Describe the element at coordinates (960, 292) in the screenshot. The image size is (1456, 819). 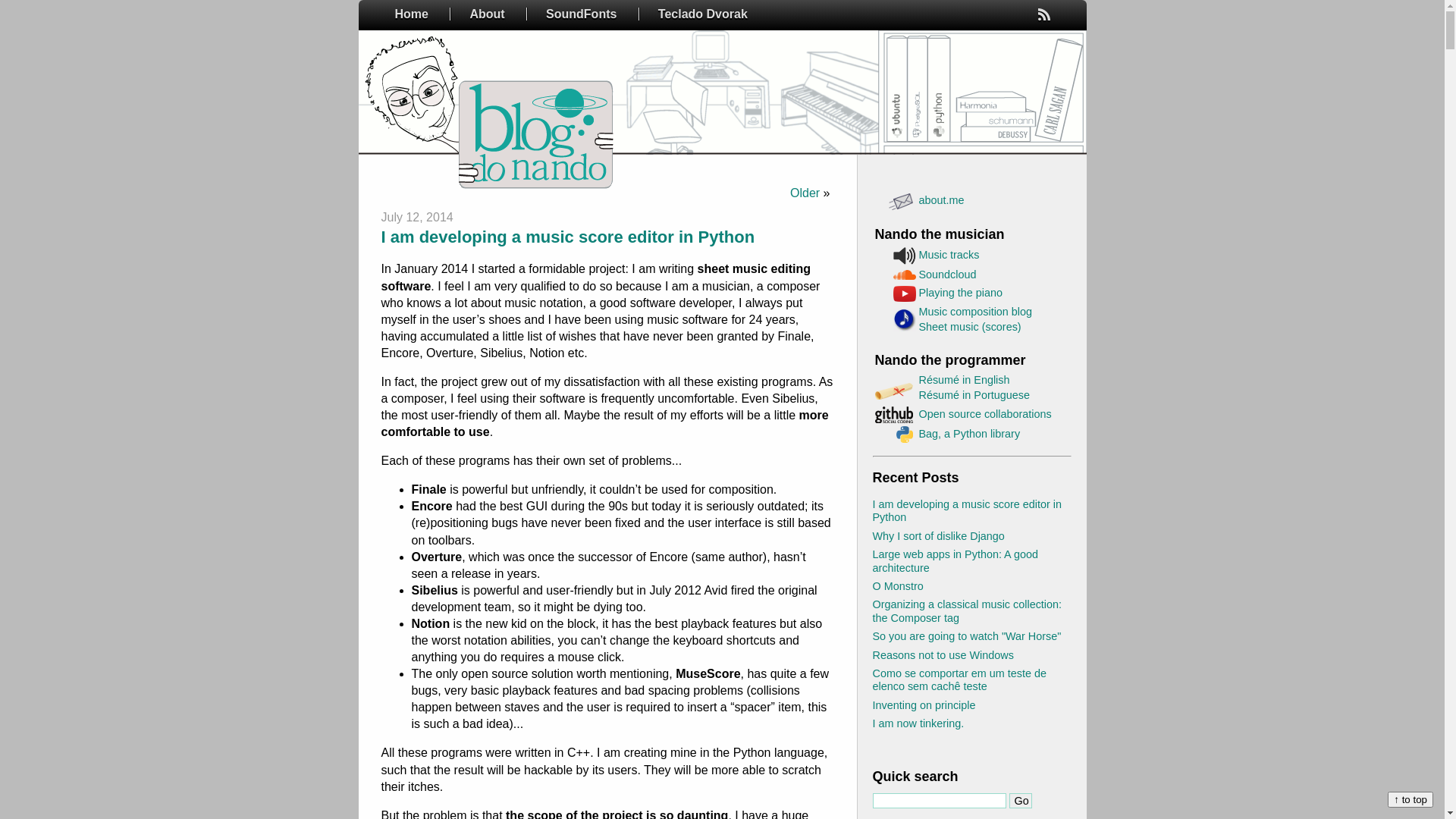
I see `'Playing the piano'` at that location.